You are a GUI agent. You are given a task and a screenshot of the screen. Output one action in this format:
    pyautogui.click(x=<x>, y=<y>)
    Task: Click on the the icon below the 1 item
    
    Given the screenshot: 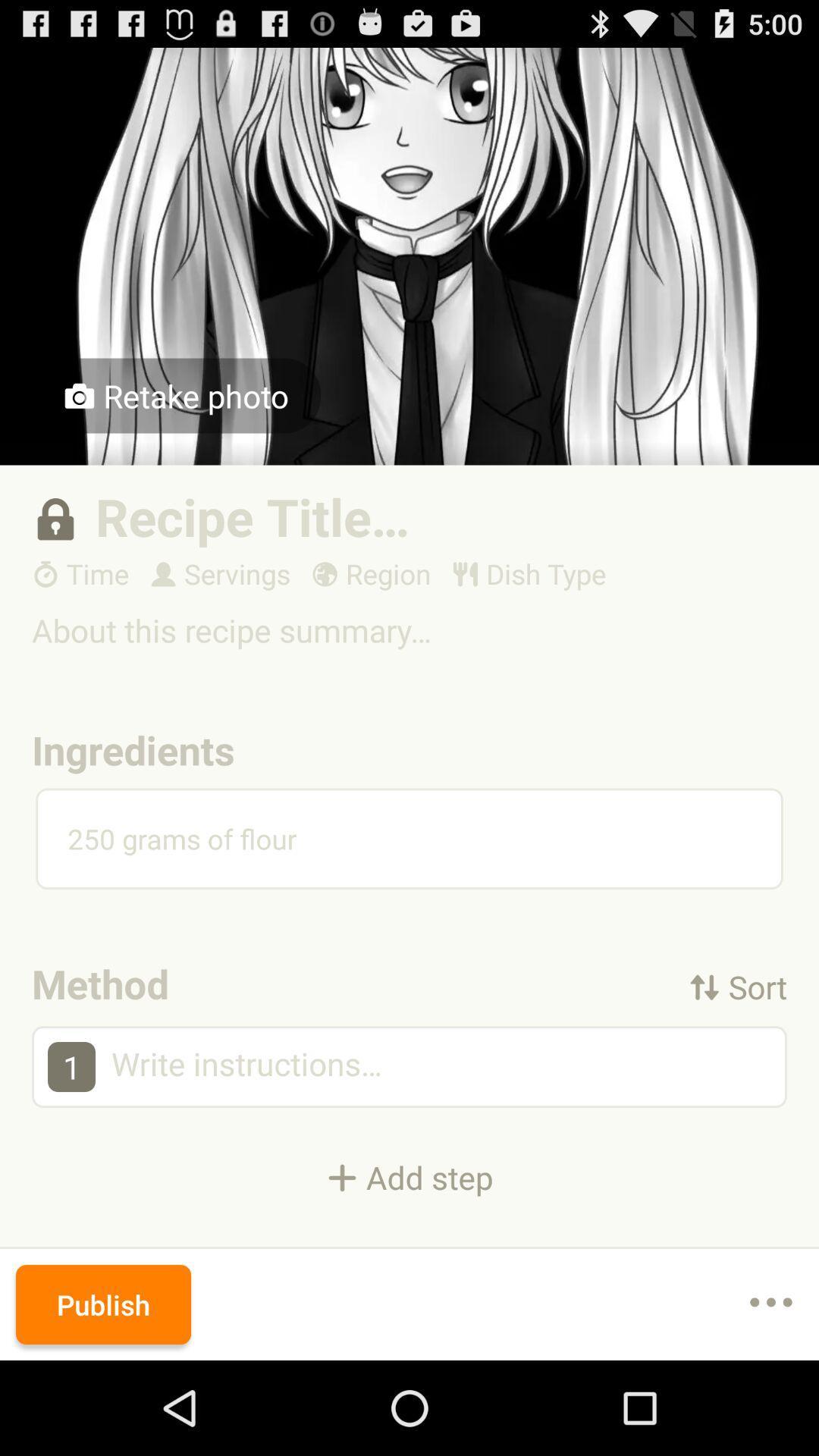 What is the action you would take?
    pyautogui.click(x=409, y=1176)
    